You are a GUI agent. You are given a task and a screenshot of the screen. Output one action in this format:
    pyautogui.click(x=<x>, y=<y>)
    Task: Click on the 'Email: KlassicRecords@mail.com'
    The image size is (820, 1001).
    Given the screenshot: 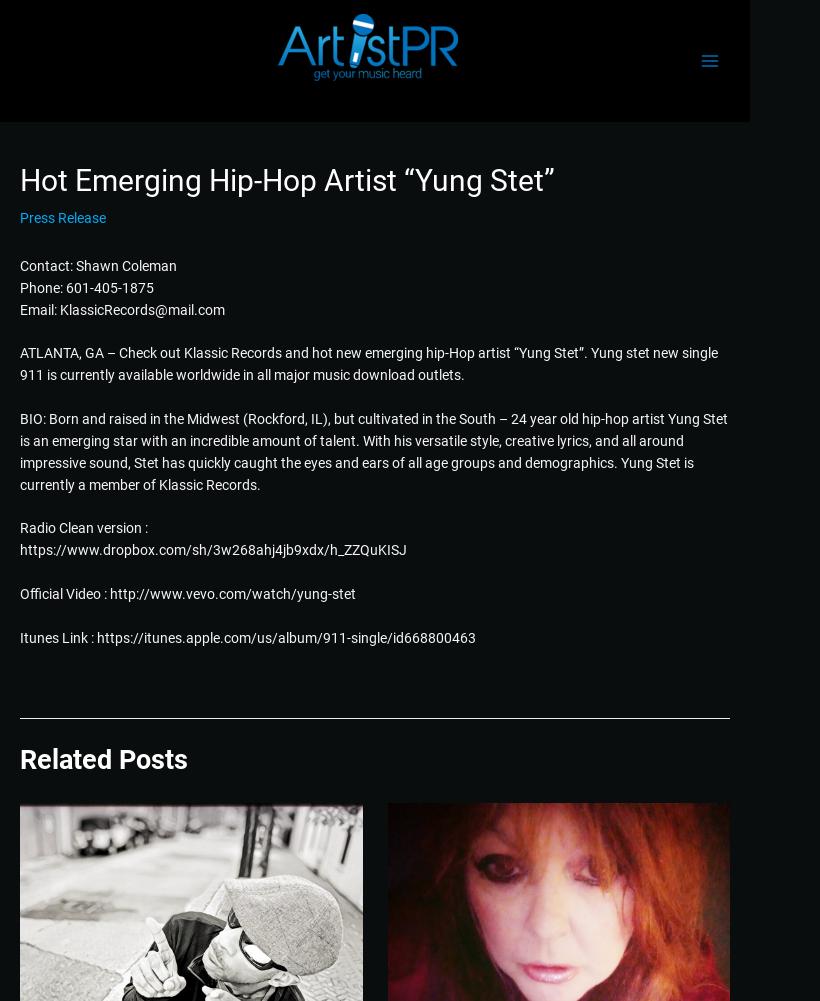 What is the action you would take?
    pyautogui.click(x=19, y=309)
    